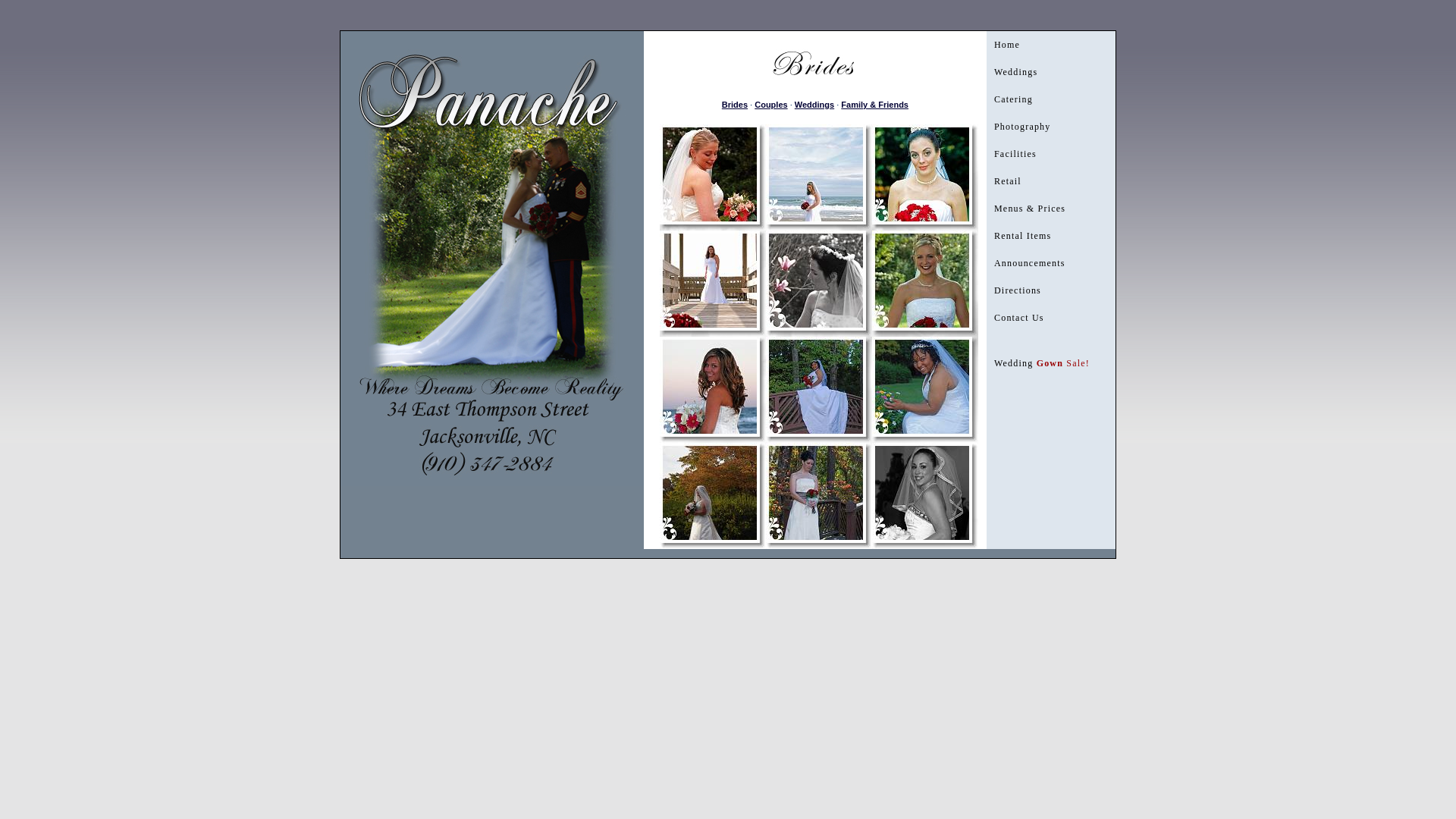  I want to click on 'Retail', so click(1050, 180).